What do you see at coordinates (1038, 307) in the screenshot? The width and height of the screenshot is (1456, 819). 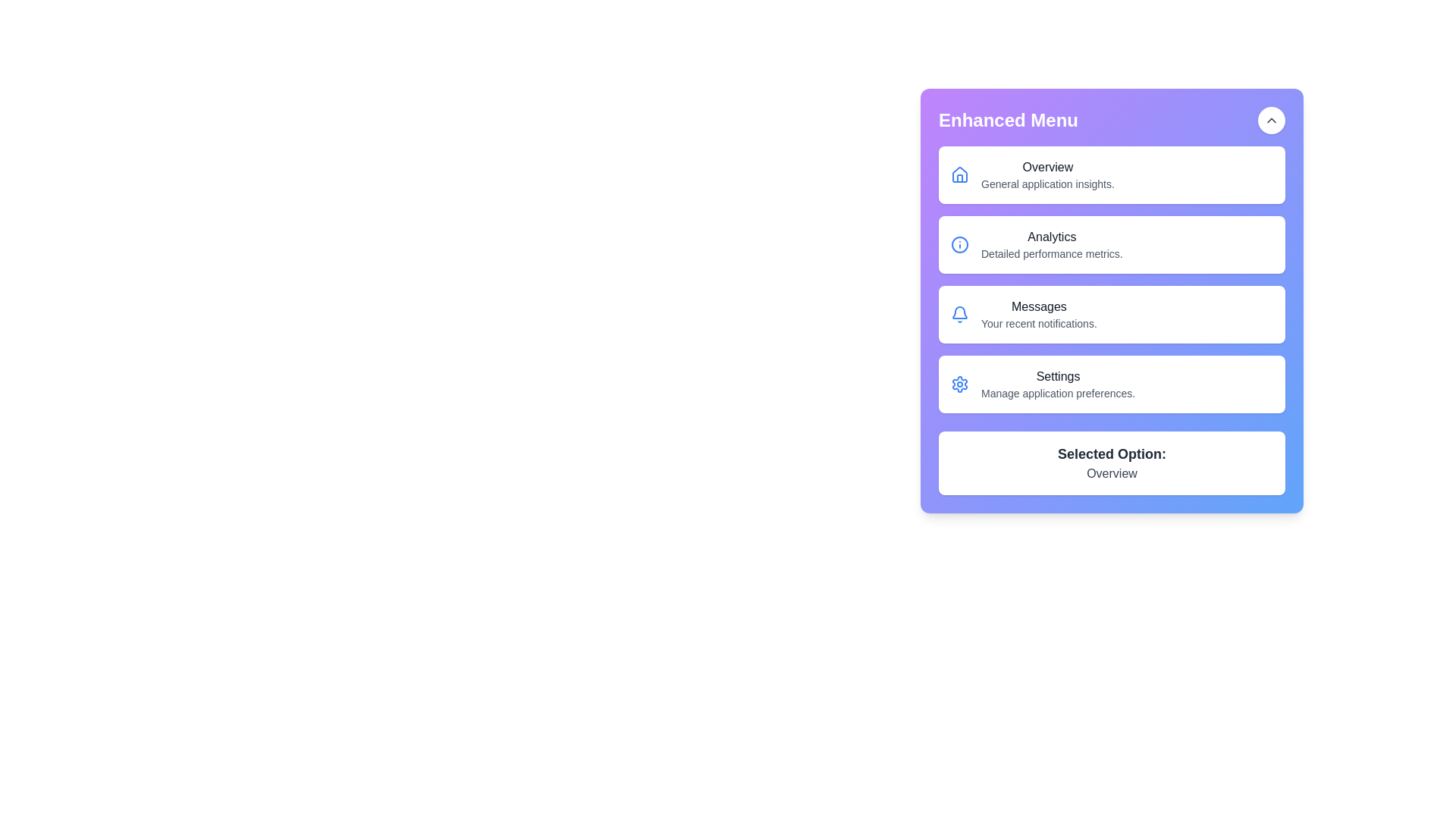 I see `the Static text label displaying 'Messages' located in the menu list panel under the 'Analytics' section` at bounding box center [1038, 307].